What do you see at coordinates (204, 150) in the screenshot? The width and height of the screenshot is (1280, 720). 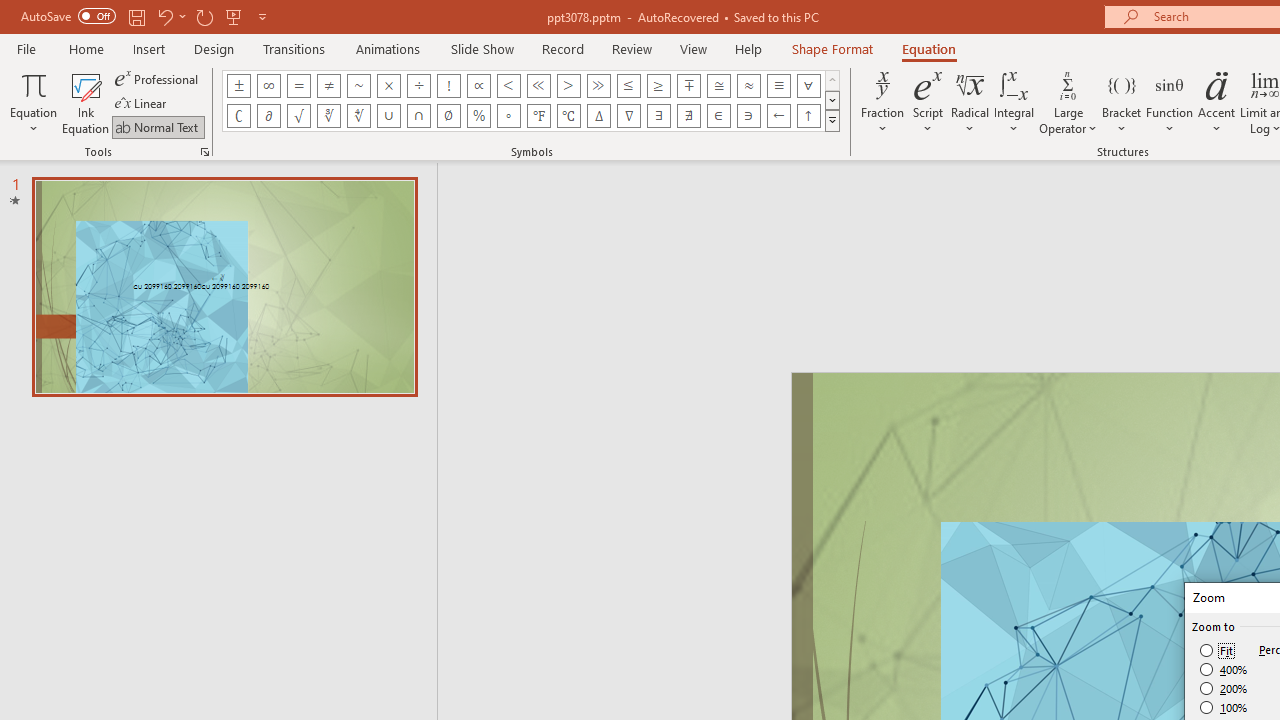 I see `'Equation Options...'` at bounding box center [204, 150].